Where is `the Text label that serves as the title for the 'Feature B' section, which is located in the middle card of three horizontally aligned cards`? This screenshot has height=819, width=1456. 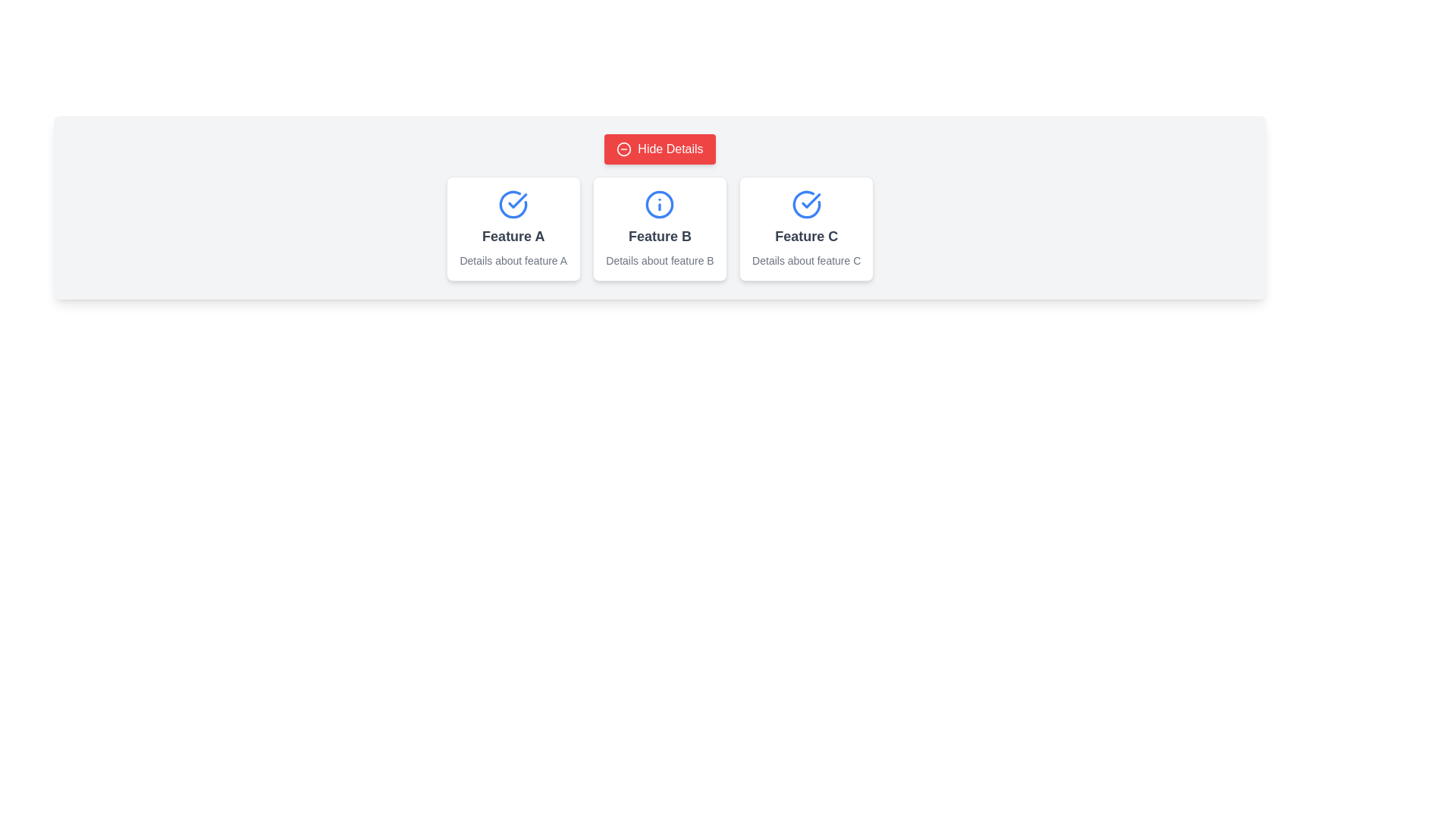 the Text label that serves as the title for the 'Feature B' section, which is located in the middle card of three horizontally aligned cards is located at coordinates (660, 237).